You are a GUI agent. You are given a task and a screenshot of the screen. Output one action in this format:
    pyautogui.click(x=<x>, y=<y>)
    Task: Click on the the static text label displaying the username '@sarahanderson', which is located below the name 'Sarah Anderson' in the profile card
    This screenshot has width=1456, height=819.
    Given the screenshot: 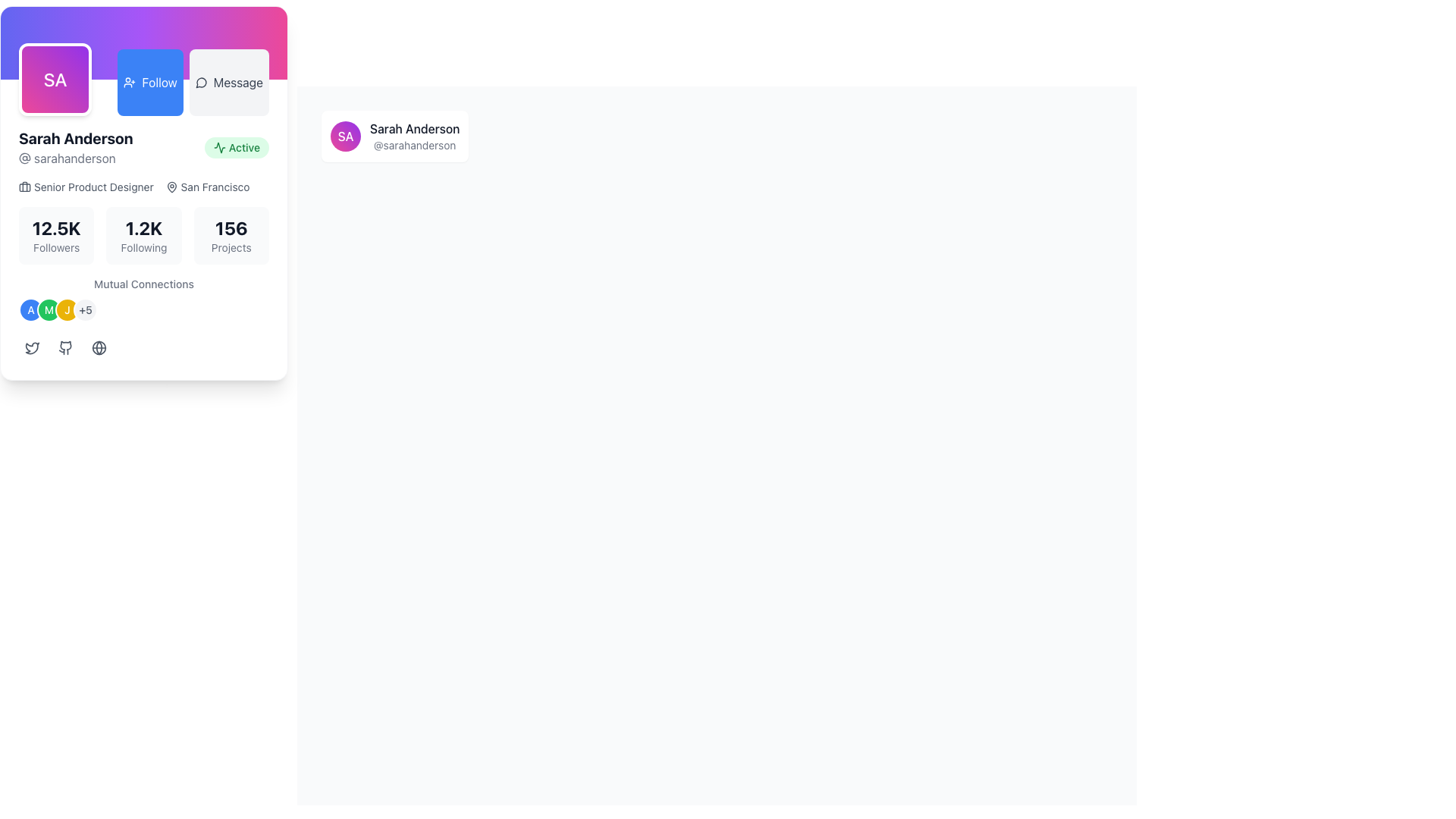 What is the action you would take?
    pyautogui.click(x=75, y=158)
    